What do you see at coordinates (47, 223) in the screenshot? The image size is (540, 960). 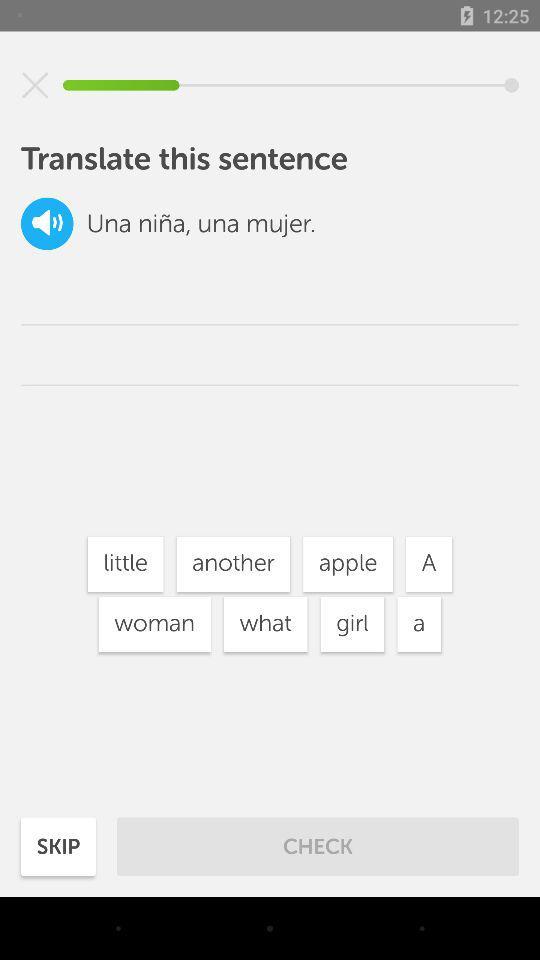 I see `the item below translate this sentence icon` at bounding box center [47, 223].